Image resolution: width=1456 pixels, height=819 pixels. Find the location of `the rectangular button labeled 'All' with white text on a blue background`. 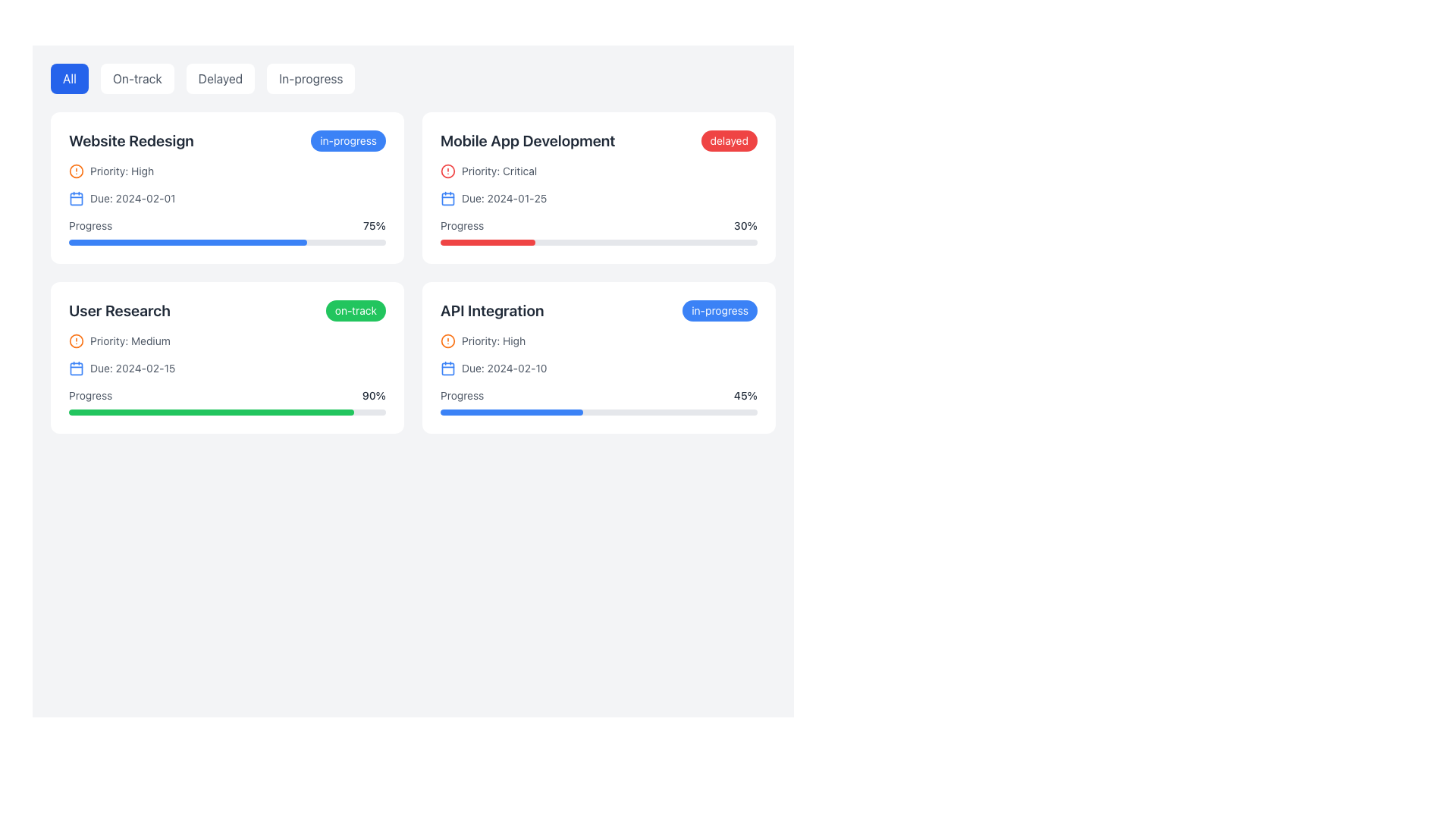

the rectangular button labeled 'All' with white text on a blue background is located at coordinates (68, 79).